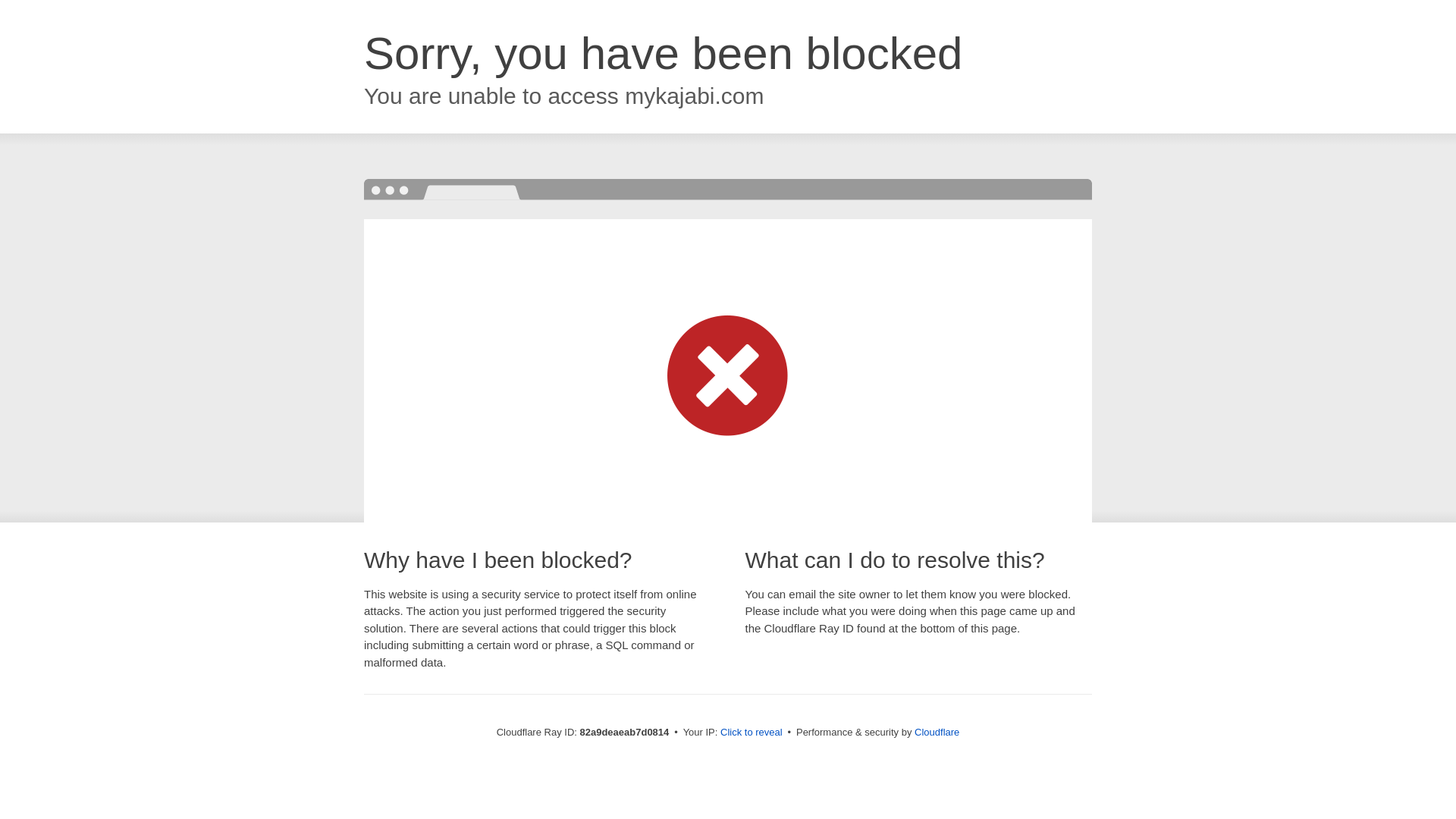 The image size is (1456, 819). What do you see at coordinates (936, 731) in the screenshot?
I see `'Cloudflare'` at bounding box center [936, 731].